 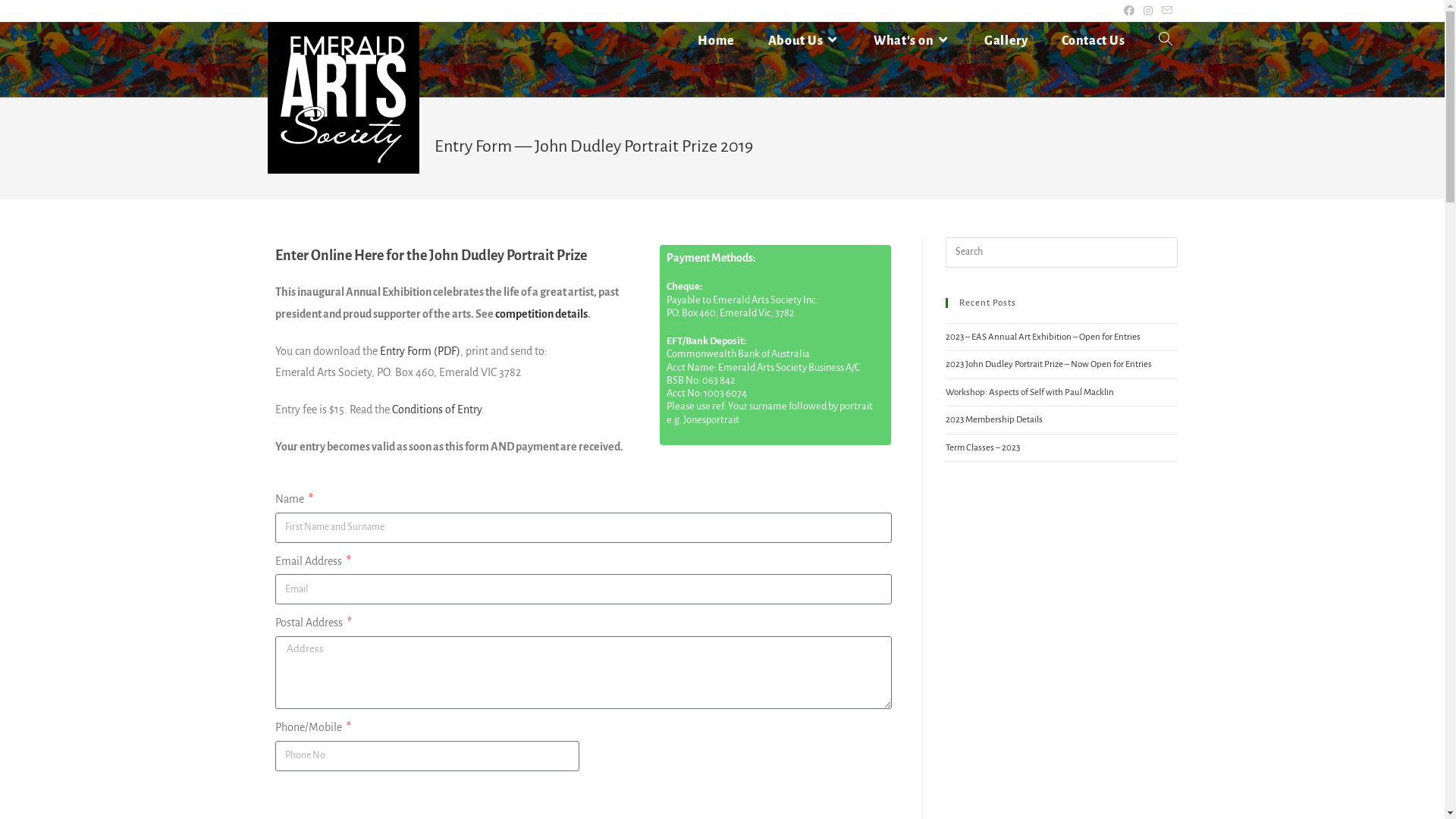 I want to click on 'Entry Form (PDF)', so click(x=419, y=350).